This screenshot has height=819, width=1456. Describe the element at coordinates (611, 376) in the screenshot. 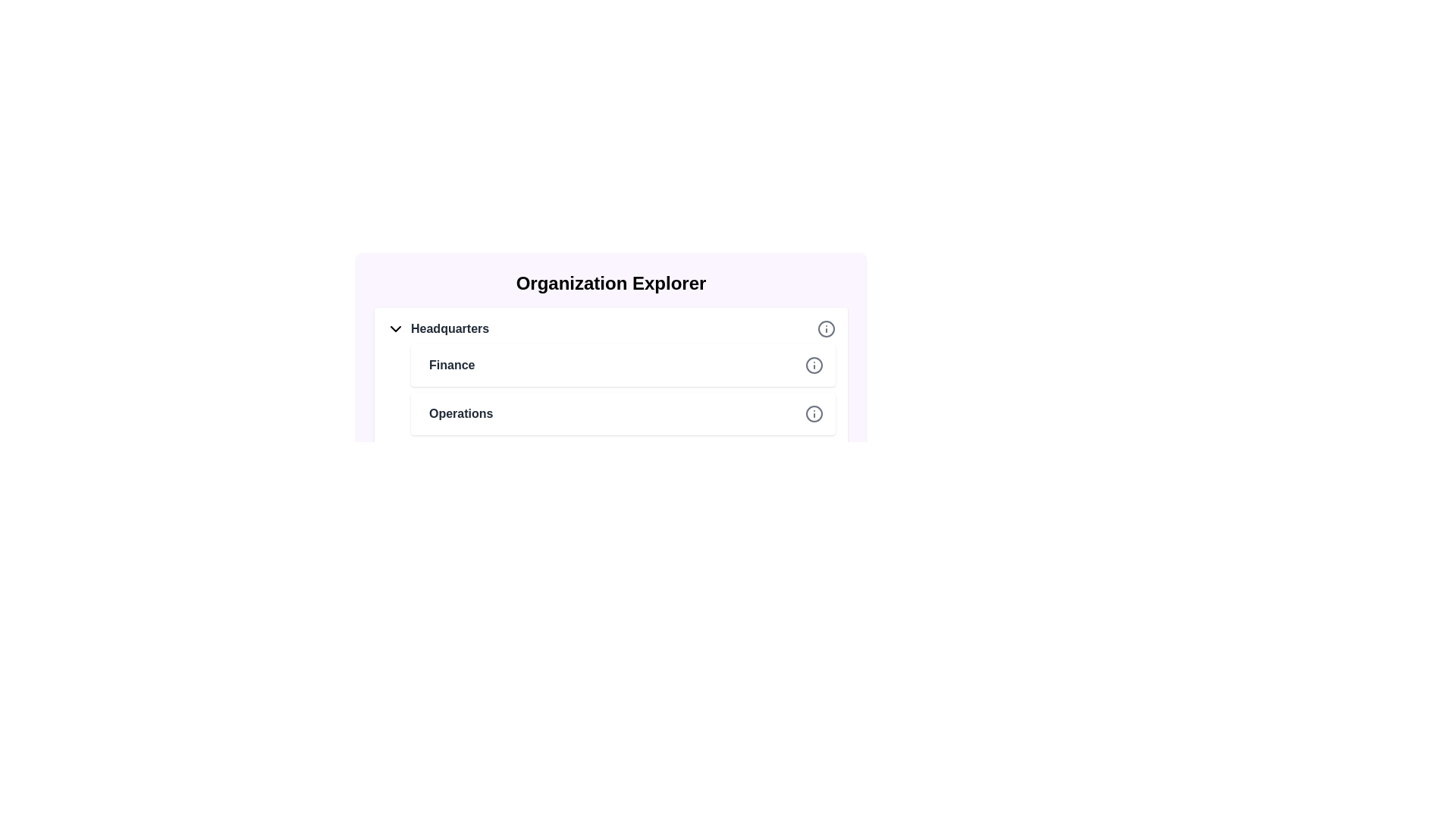

I see `the 'Finance' submenu card located in the 'Headquarters' category` at that location.